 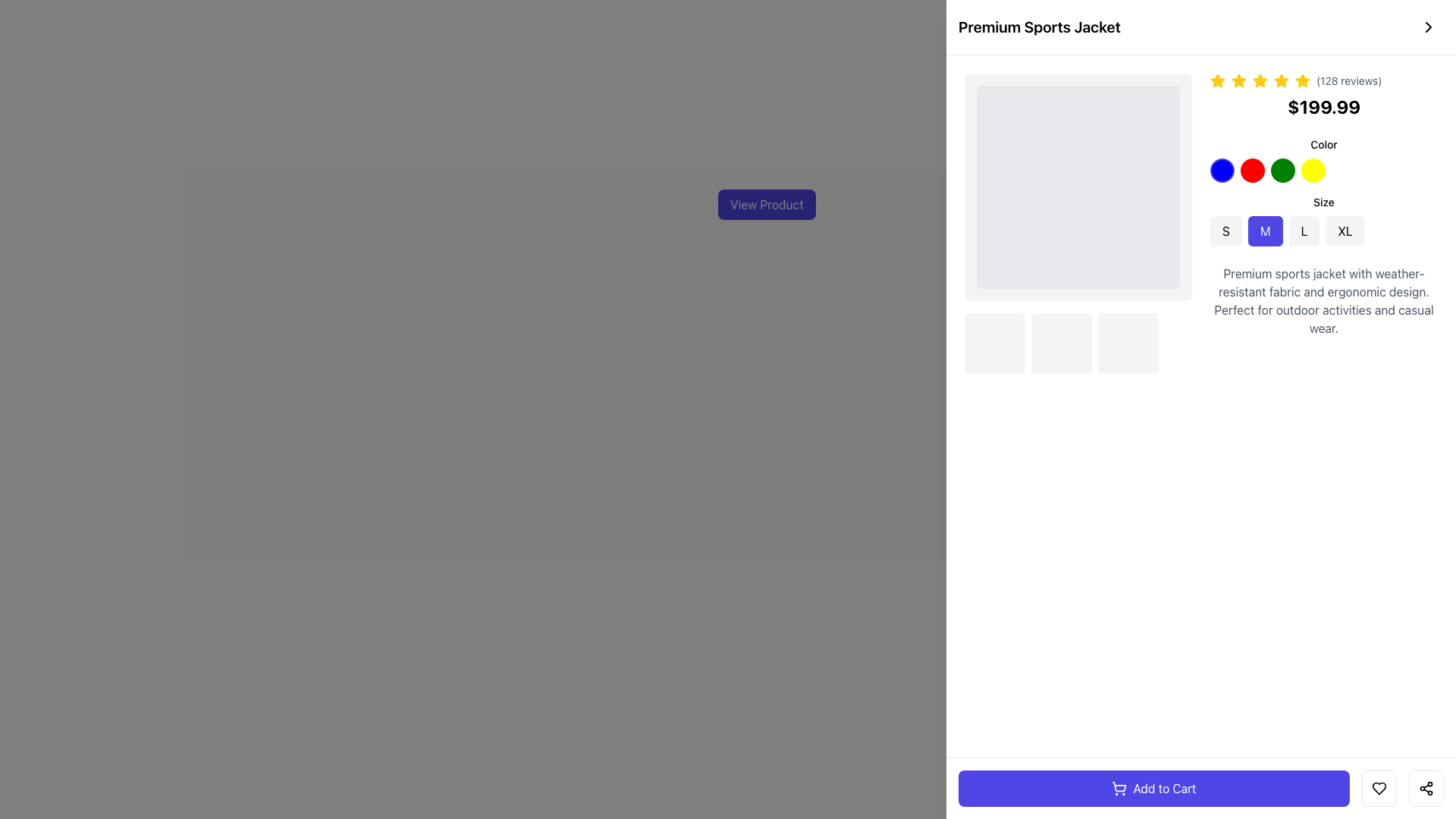 I want to click on the sharing icon button located in the bottom-right corner of the card group, so click(x=1426, y=788).